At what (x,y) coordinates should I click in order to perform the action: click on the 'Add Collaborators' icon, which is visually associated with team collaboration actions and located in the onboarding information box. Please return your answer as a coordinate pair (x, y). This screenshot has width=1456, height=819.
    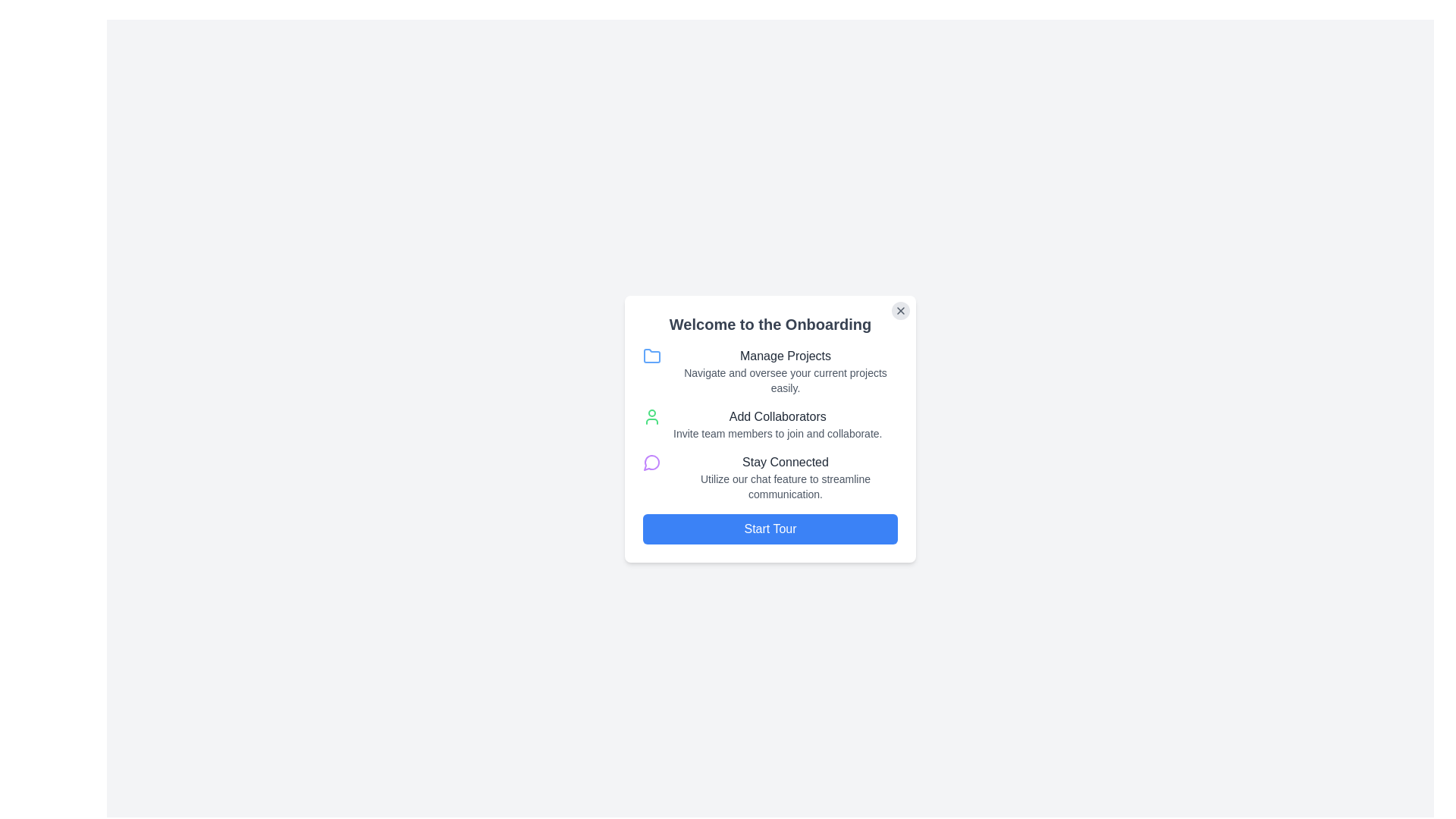
    Looking at the image, I should click on (651, 417).